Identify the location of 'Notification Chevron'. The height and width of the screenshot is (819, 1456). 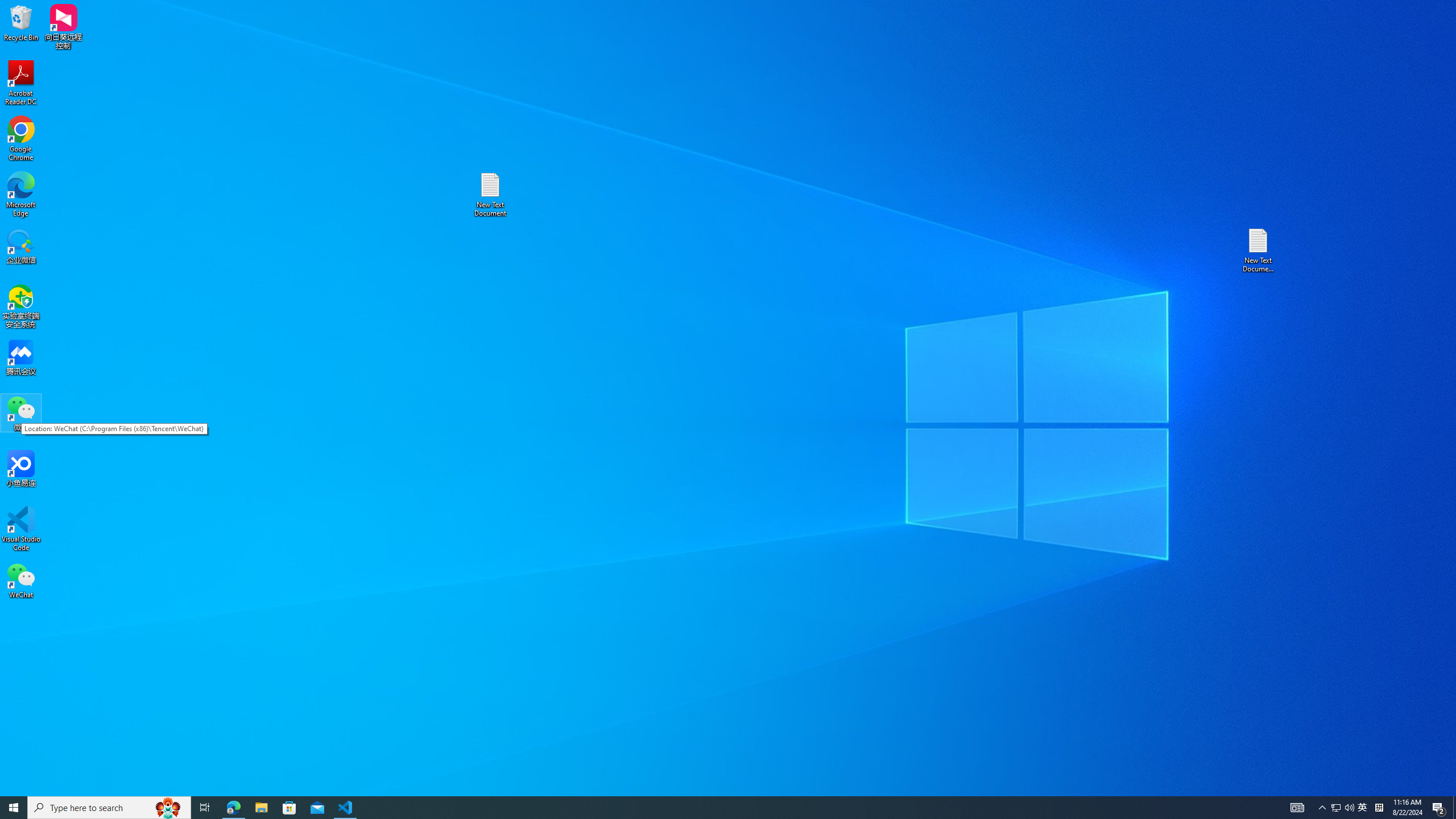
(1322, 806).